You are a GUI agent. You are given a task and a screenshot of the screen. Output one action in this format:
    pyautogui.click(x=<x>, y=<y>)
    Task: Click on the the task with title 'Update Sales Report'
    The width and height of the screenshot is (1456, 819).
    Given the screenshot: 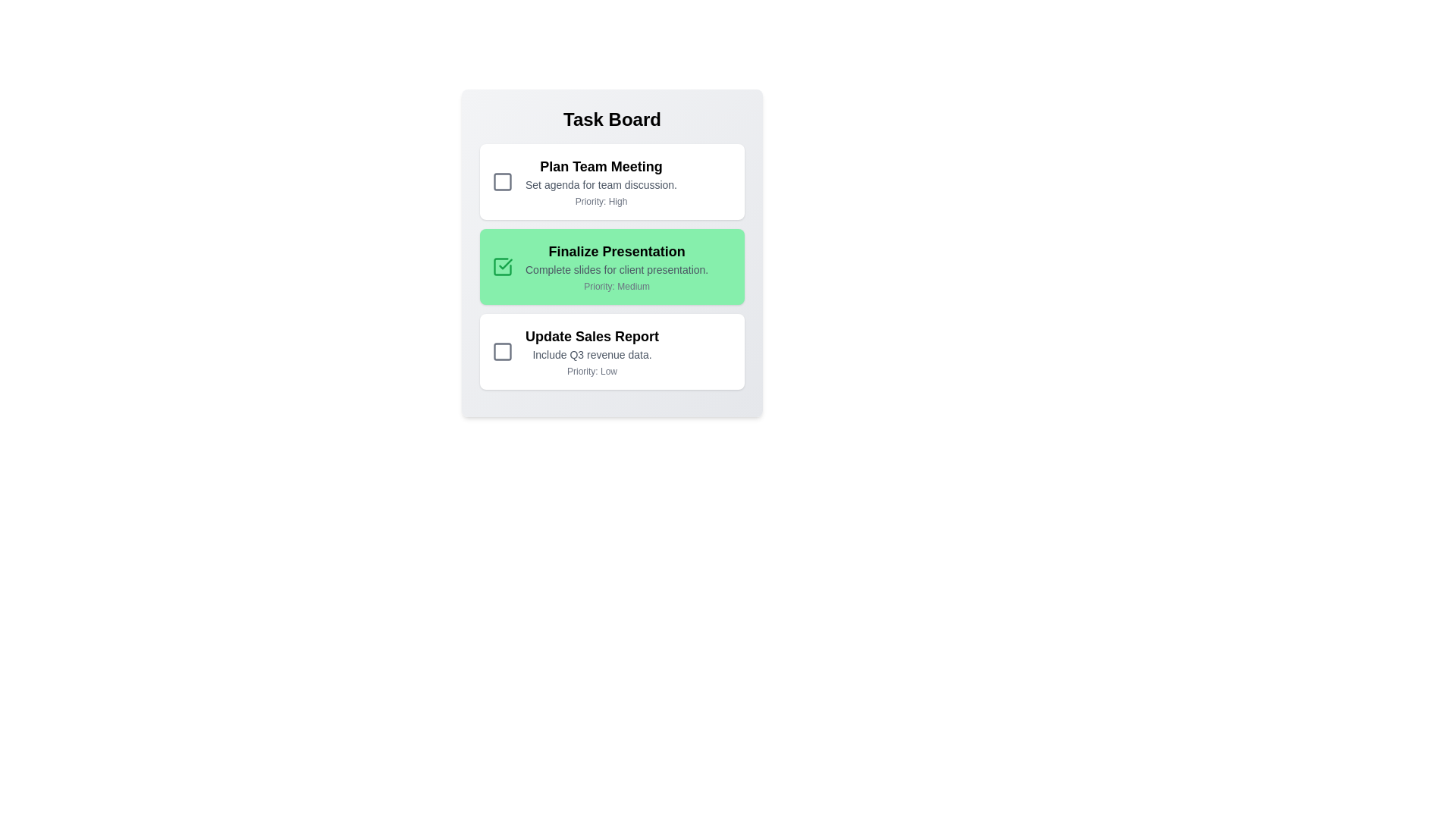 What is the action you would take?
    pyautogui.click(x=612, y=351)
    